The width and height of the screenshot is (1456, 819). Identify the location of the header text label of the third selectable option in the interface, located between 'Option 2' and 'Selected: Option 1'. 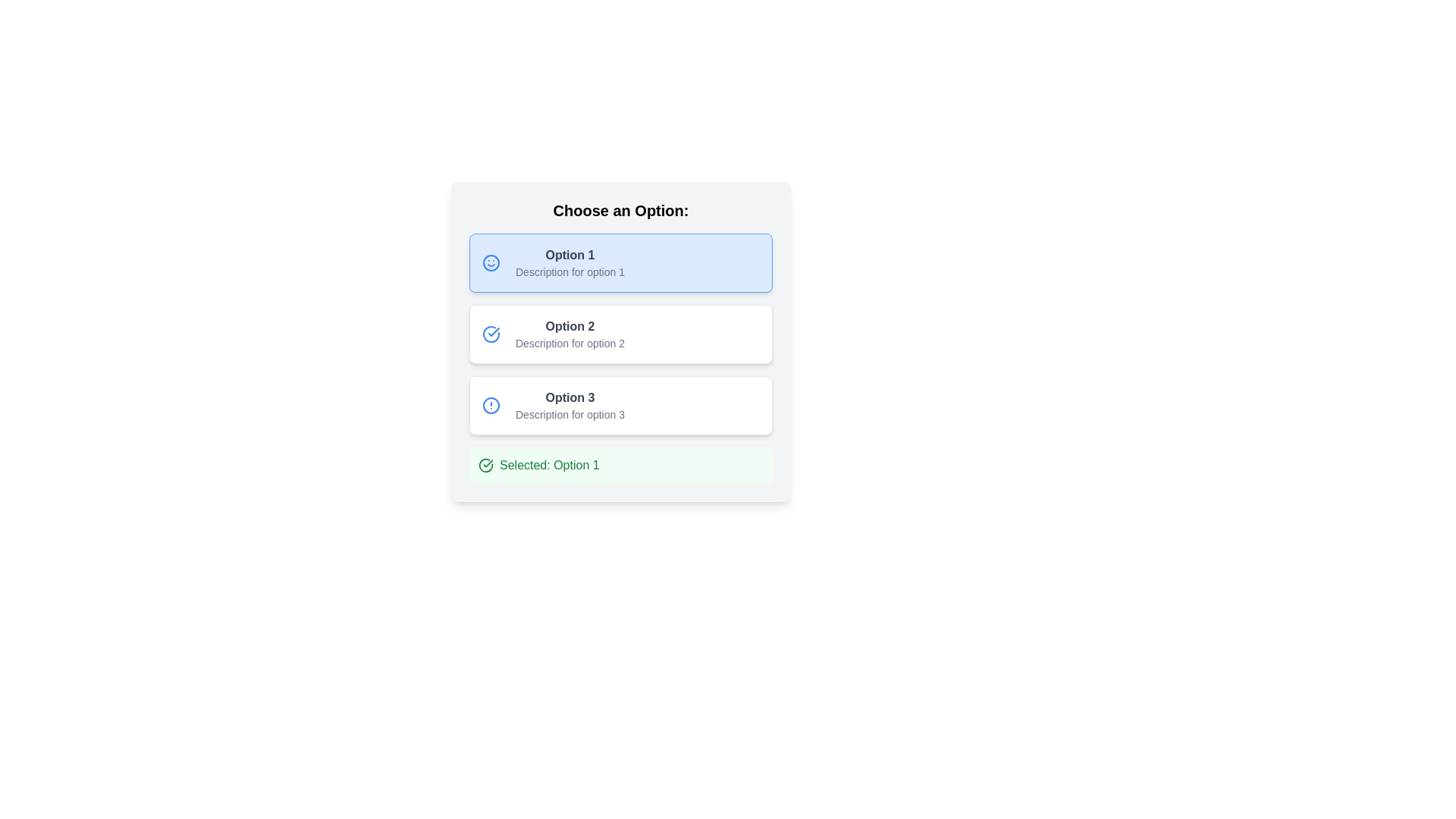
(570, 397).